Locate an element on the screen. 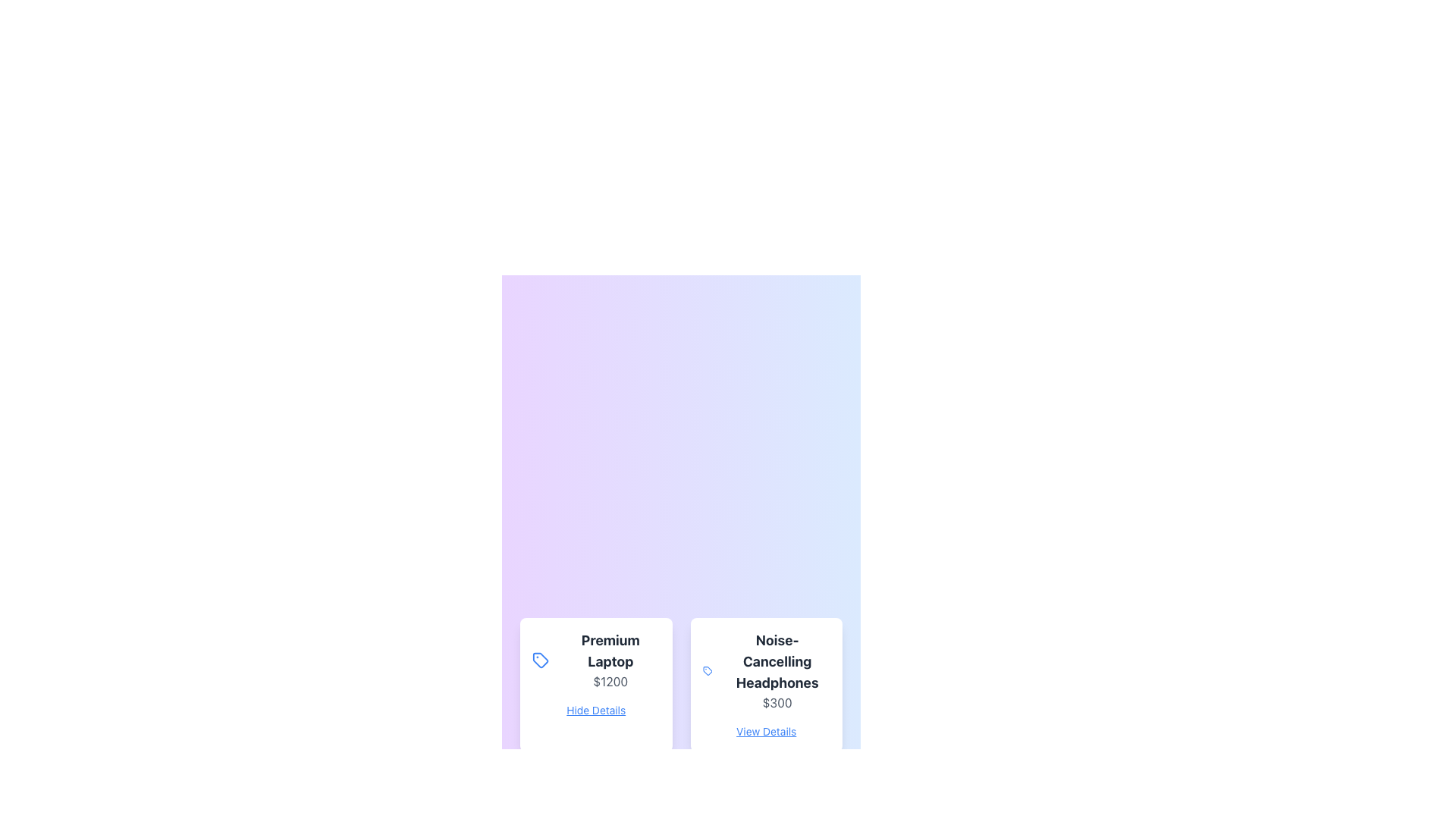 This screenshot has height=819, width=1456. the text label displaying the price '$300', which is positioned below the 'Noise-Cancelling Headphones' text in the information card is located at coordinates (777, 702).